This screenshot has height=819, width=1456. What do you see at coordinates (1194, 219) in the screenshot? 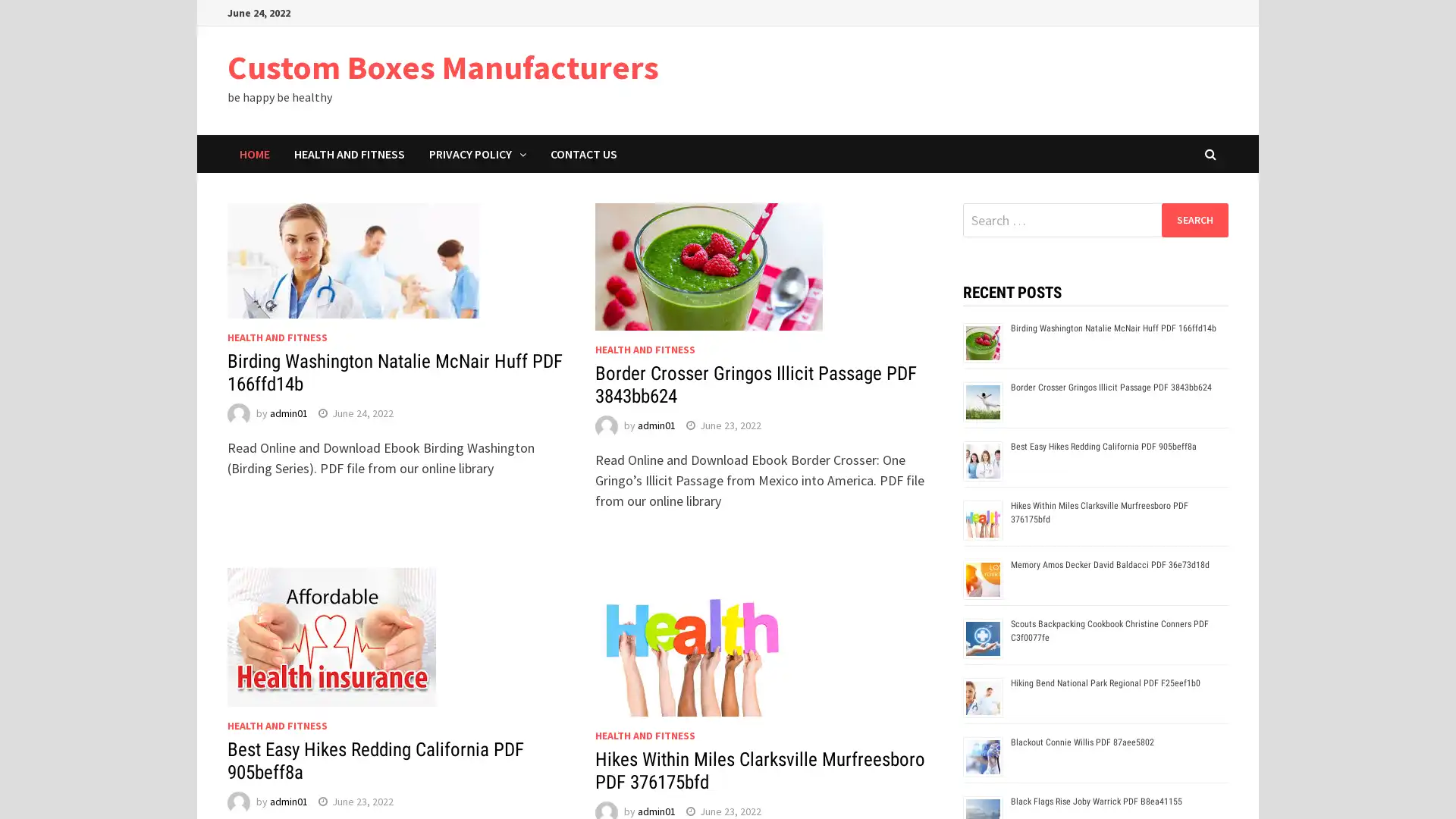
I see `Search` at bounding box center [1194, 219].